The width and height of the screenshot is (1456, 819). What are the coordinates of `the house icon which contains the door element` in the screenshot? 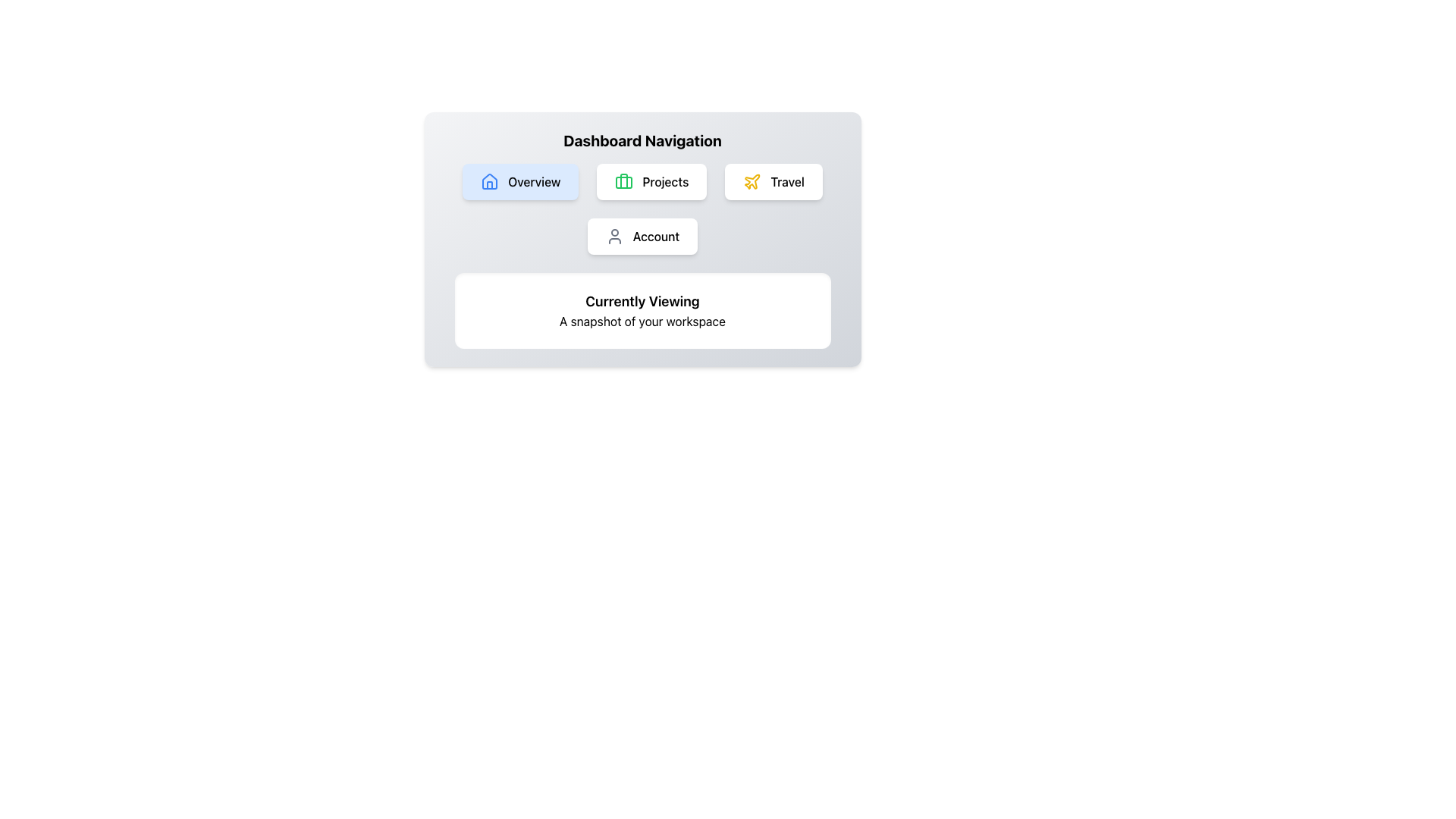 It's located at (490, 184).